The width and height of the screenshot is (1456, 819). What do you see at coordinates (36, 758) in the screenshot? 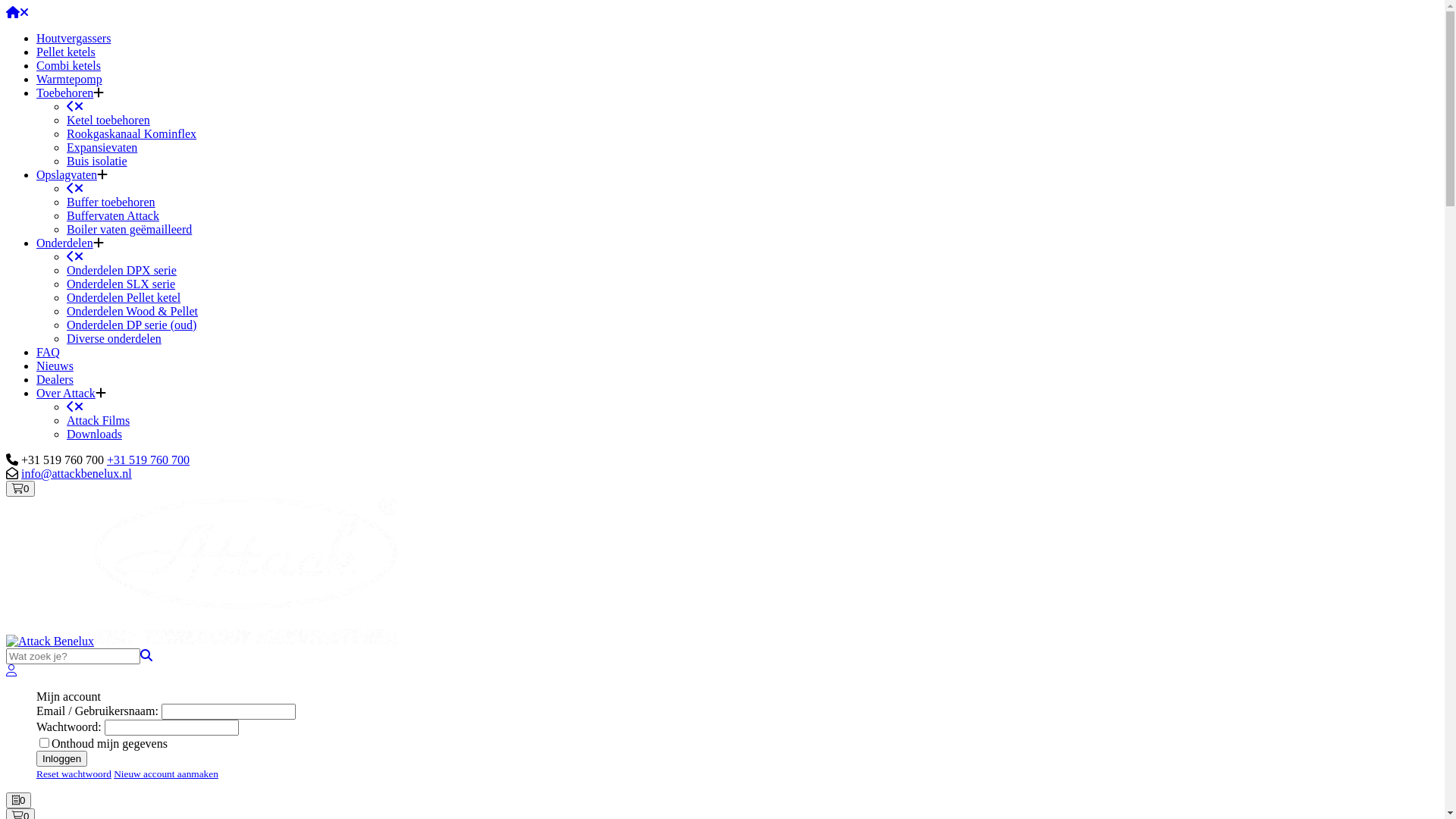
I see `'Inloggen'` at bounding box center [36, 758].